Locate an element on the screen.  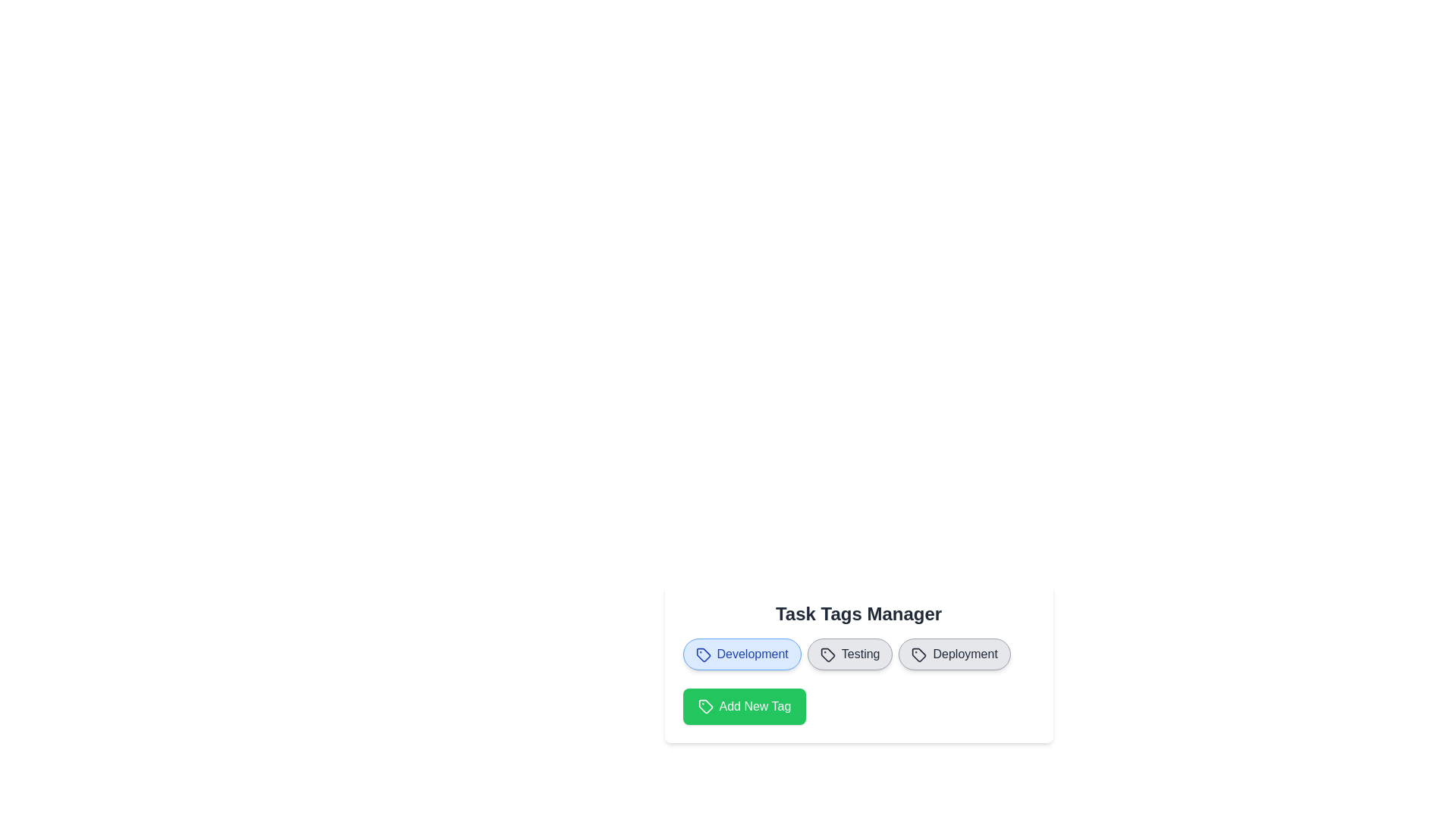
the icon located on the left side inside the 'Testing' button, which is the second button in a horizontal list under 'Task Tags Manager' is located at coordinates (827, 654).